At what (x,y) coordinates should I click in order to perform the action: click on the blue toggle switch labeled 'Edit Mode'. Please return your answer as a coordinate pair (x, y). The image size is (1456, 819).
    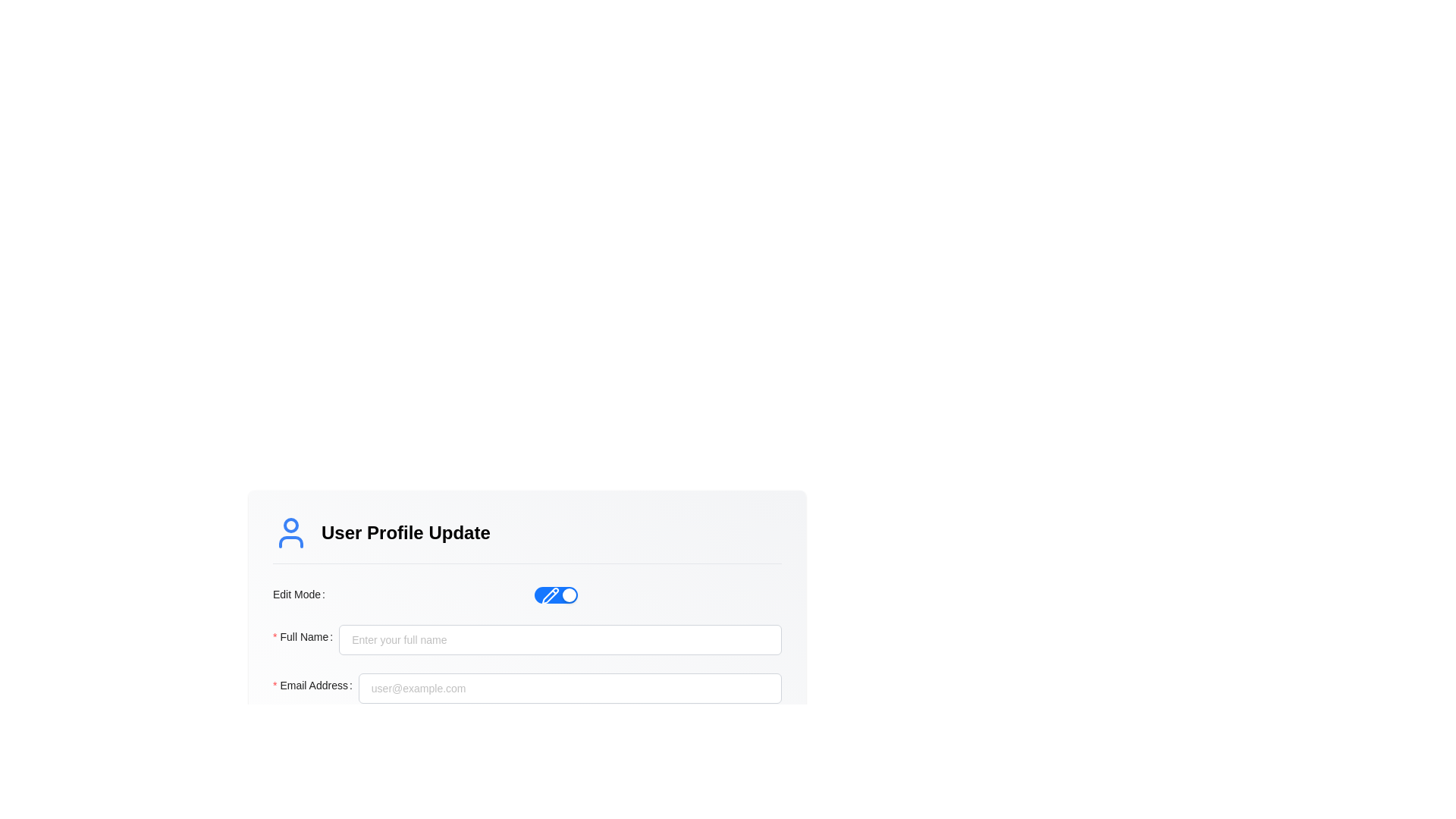
    Looking at the image, I should click on (556, 593).